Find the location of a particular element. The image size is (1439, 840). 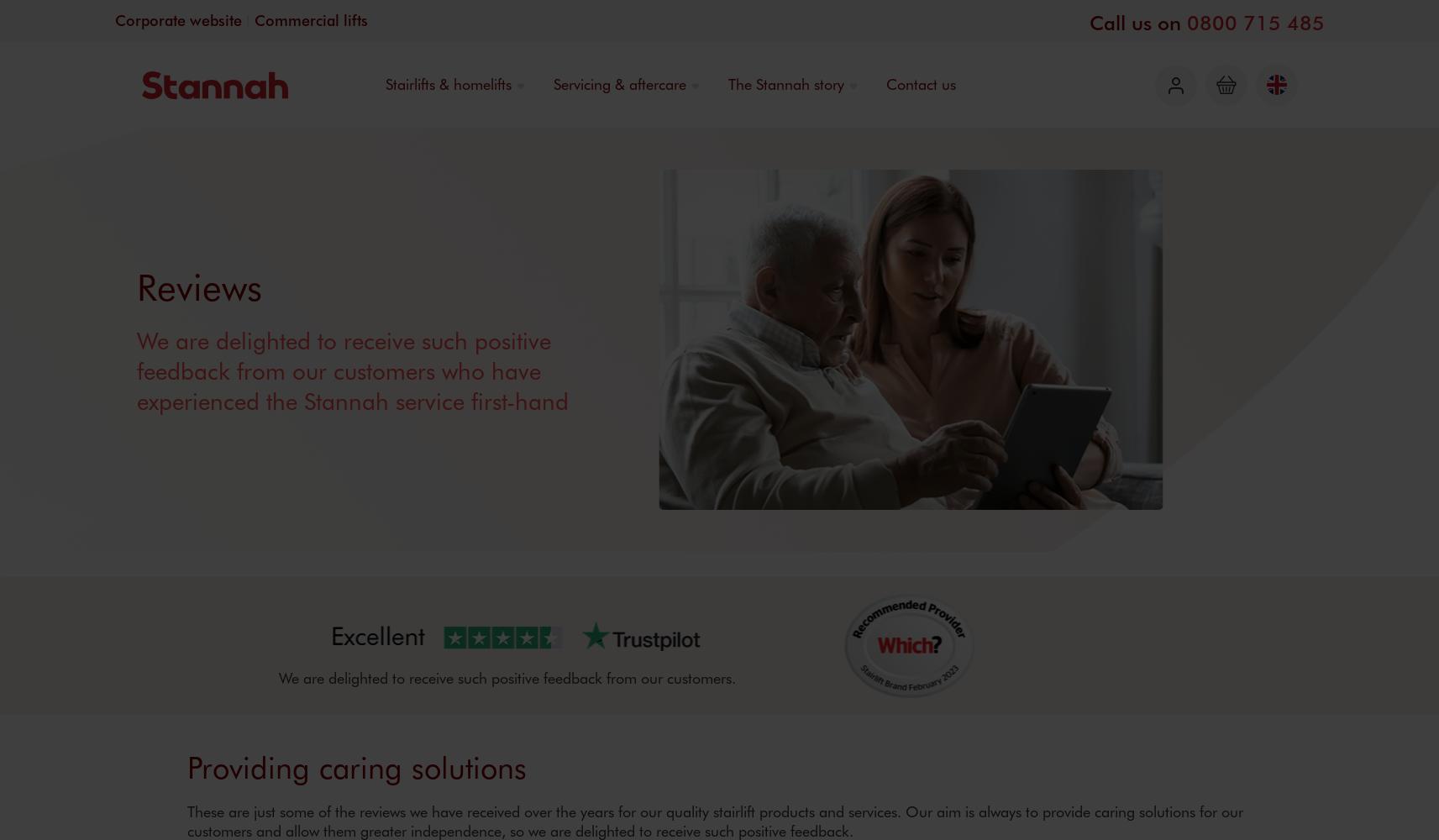

'Commercial lifts' is located at coordinates (254, 20).